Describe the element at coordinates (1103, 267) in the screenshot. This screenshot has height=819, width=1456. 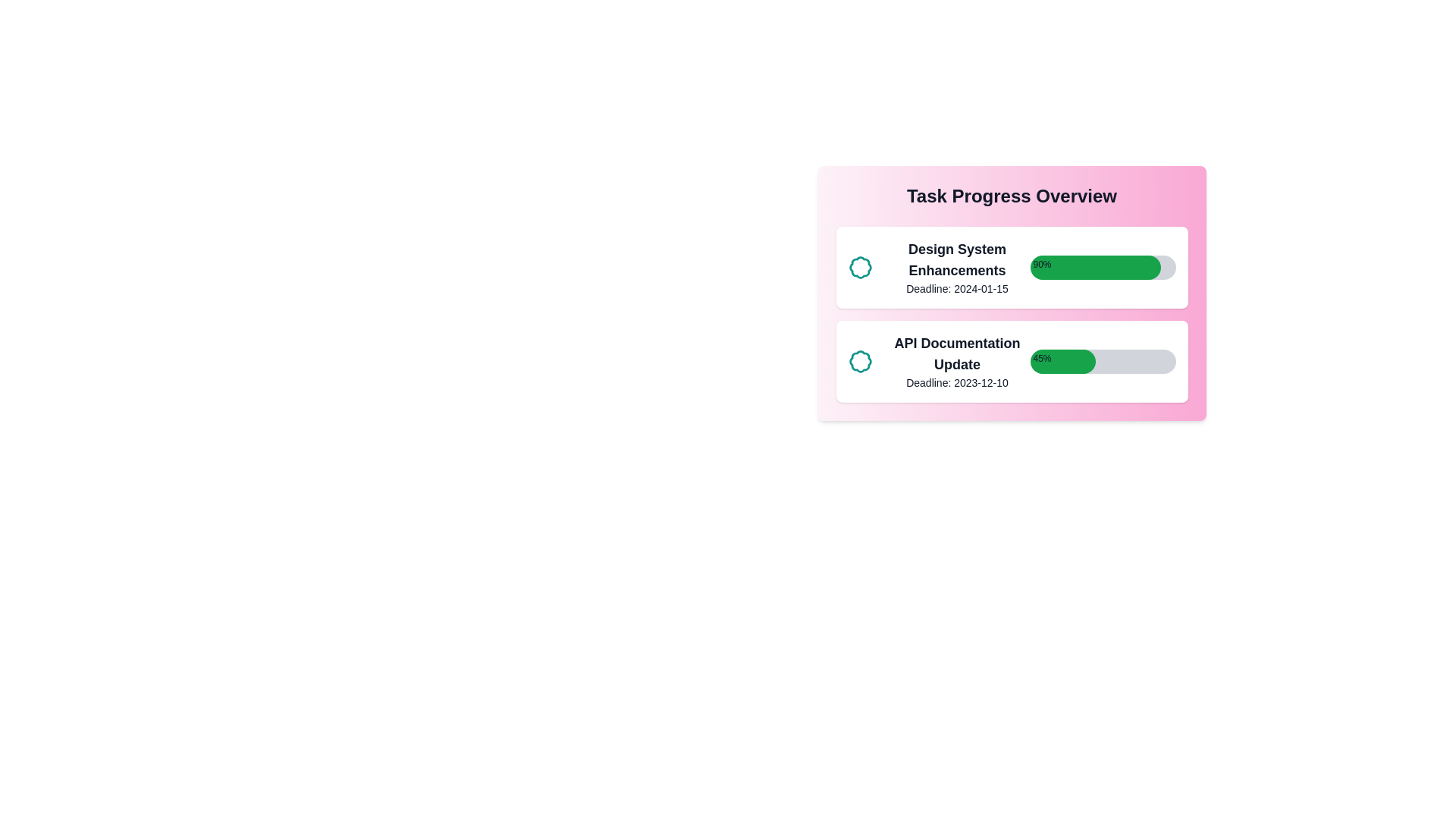
I see `the progress bar of the task 'Design System Enhancements'` at that location.